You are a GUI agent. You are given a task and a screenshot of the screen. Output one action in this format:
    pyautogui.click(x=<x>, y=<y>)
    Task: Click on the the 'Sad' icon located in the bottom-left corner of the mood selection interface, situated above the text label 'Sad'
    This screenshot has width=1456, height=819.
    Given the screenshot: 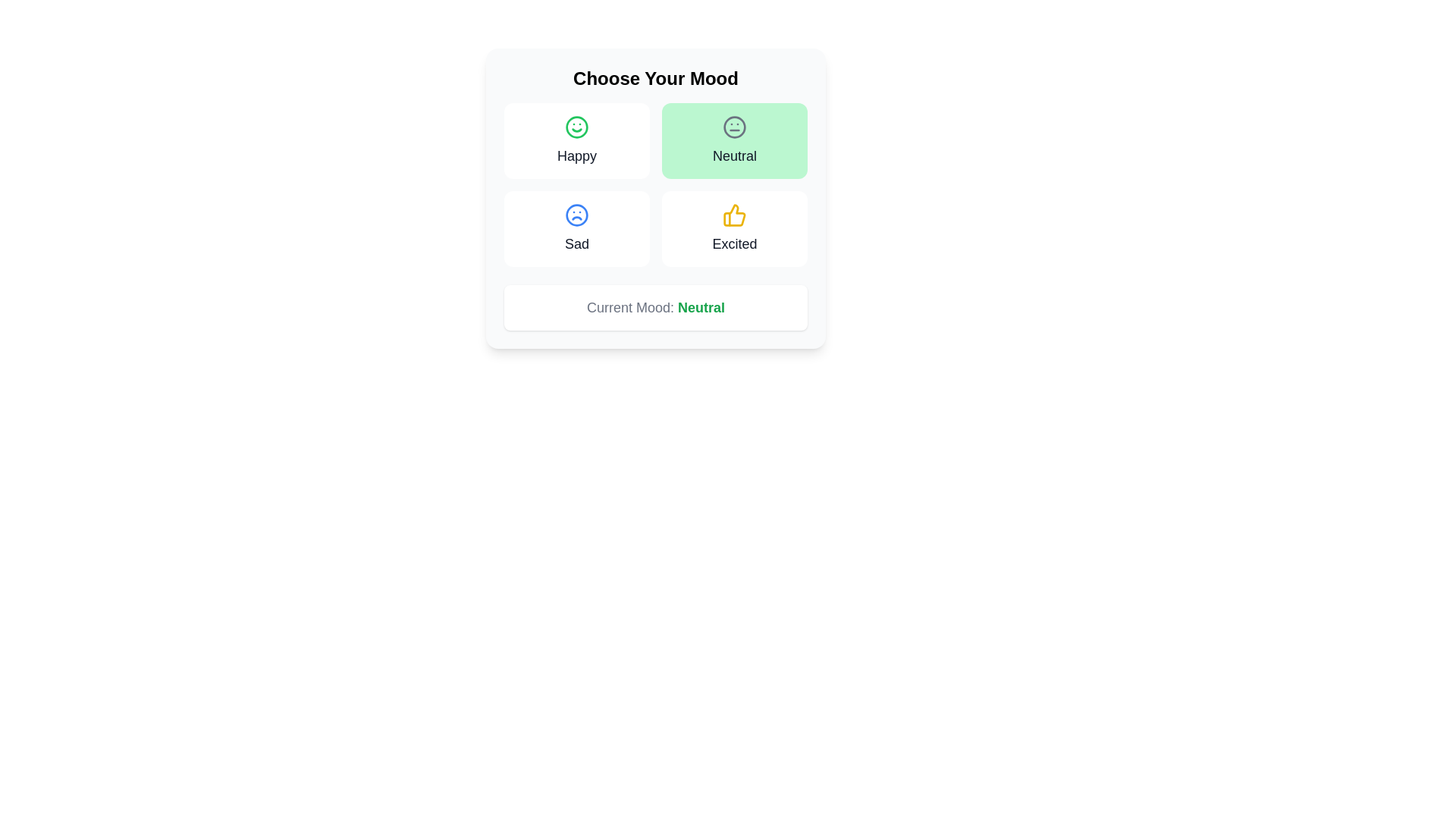 What is the action you would take?
    pyautogui.click(x=576, y=215)
    